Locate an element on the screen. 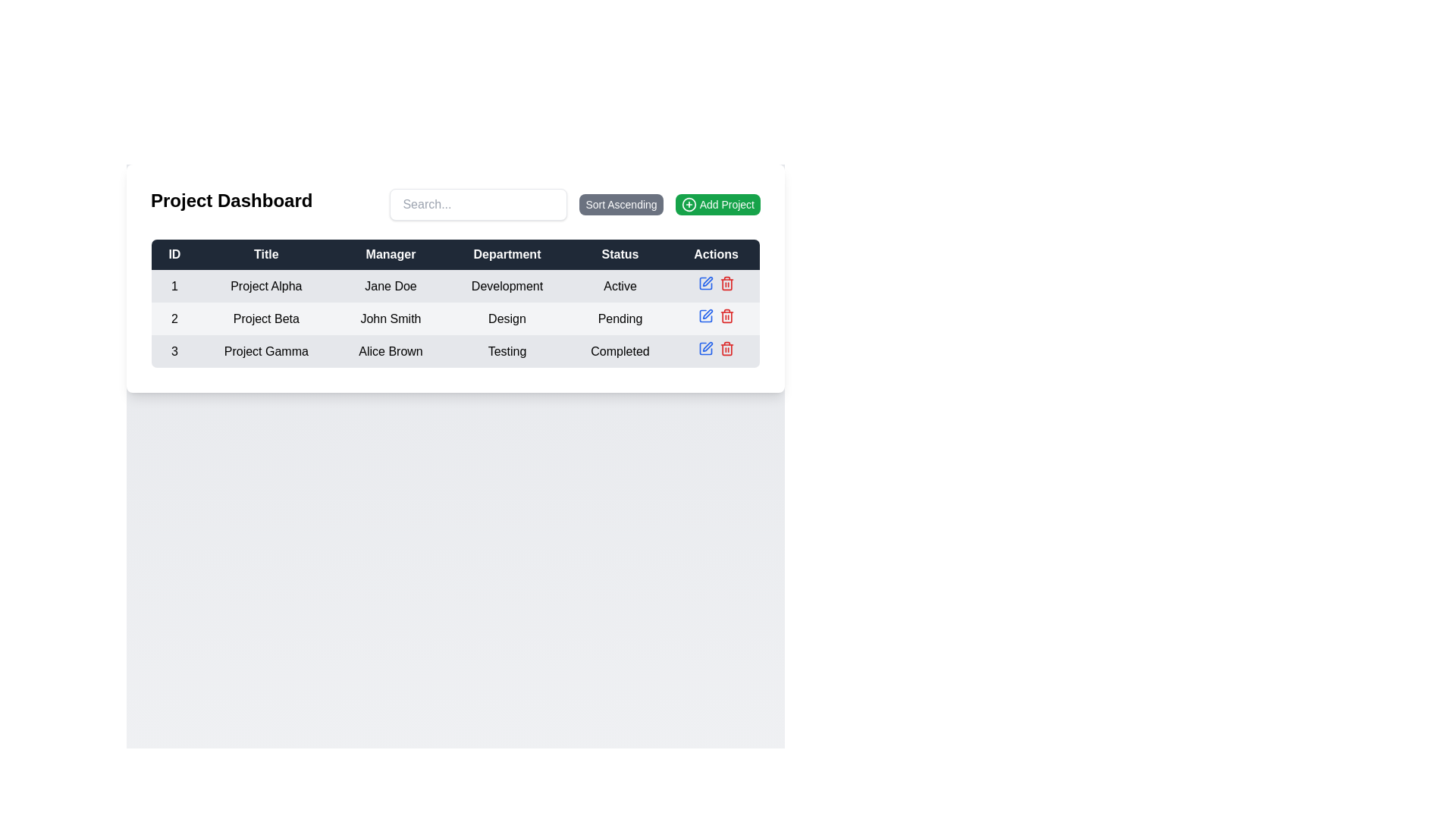  the first row of the table containing '1', 'Project Alpha', 'Jane Doe', 'Development', 'Active', and action buttons for editing and deleting, to interact with respective data is located at coordinates (454, 286).